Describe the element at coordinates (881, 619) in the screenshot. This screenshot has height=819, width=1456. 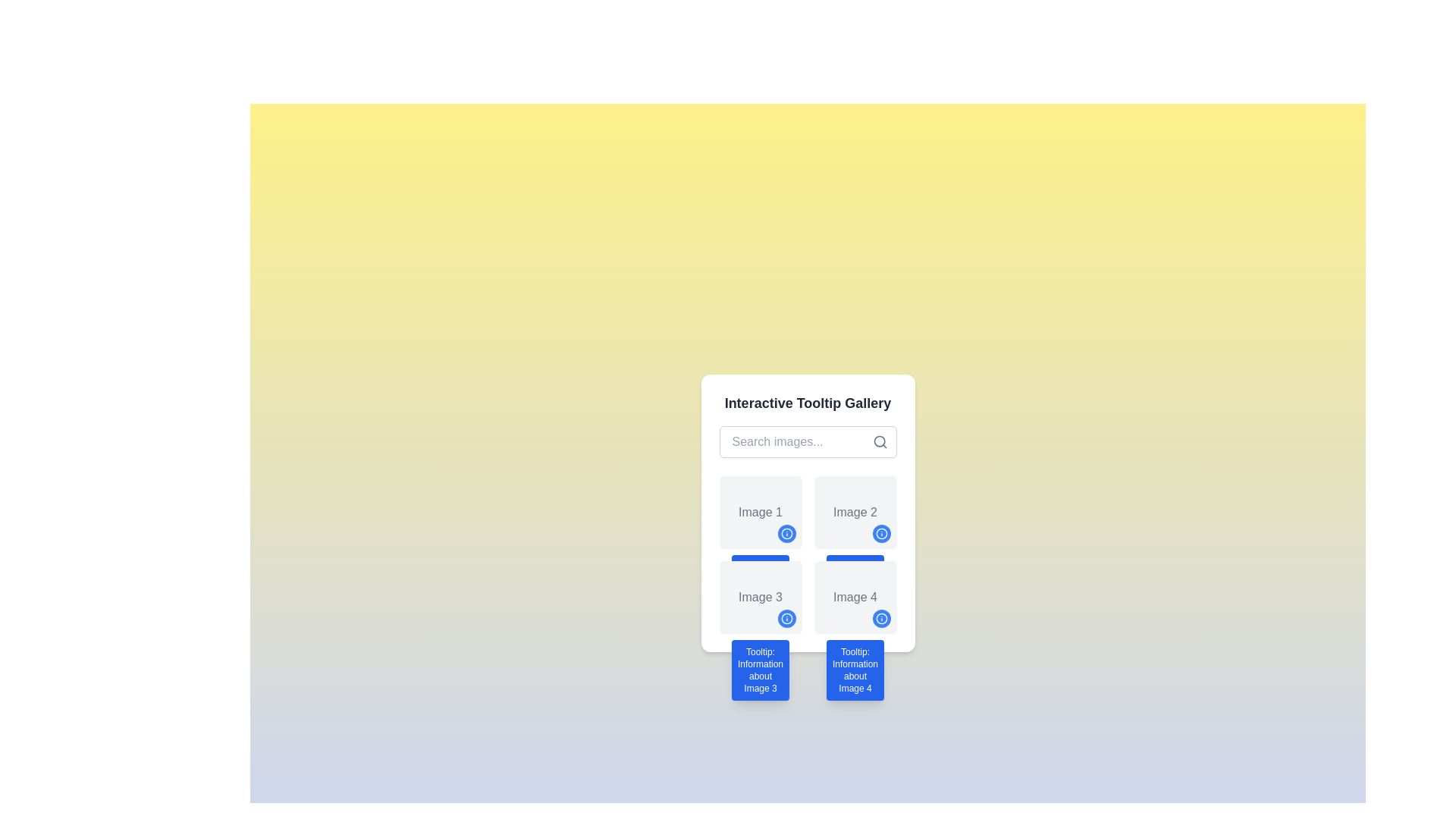
I see `the outermost circular boundary of the tooltip icon located at the bottom-right corner of 'Image 4' in the Interactive Tooltip Gallery grid for related actions` at that location.